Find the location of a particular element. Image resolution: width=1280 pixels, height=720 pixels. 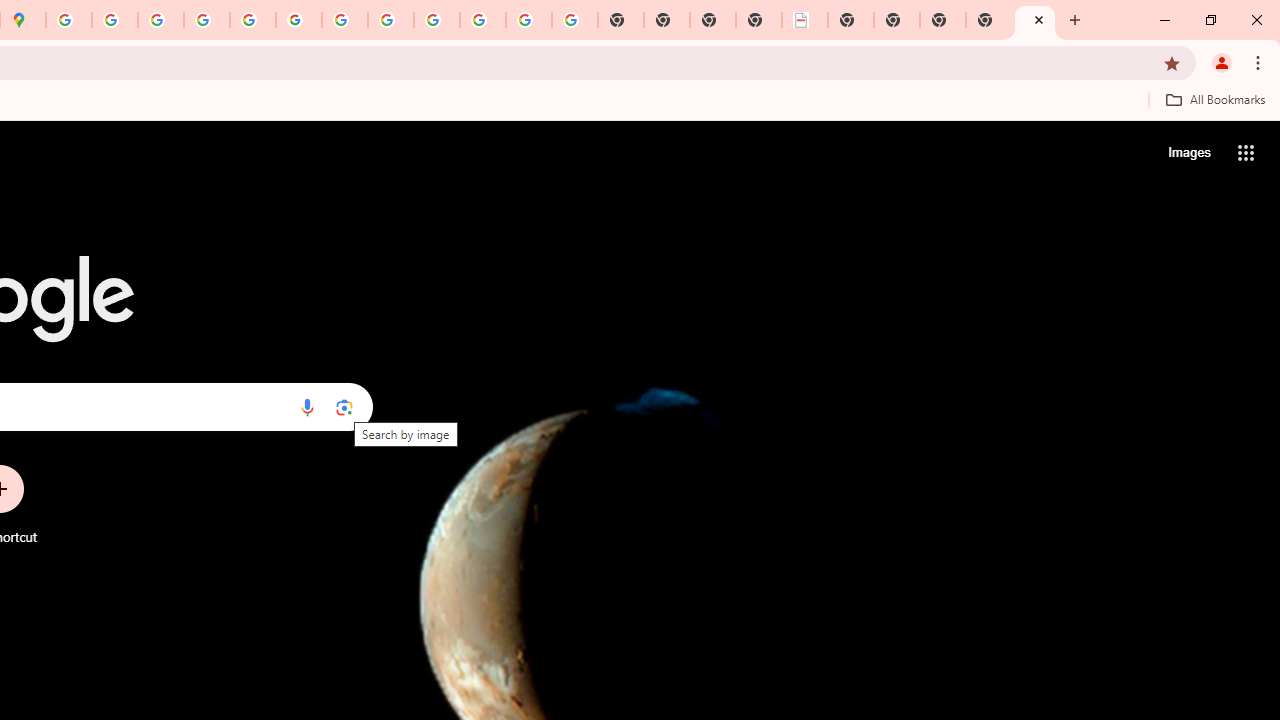

'Privacy Help Center - Policies Help' is located at coordinates (207, 20).